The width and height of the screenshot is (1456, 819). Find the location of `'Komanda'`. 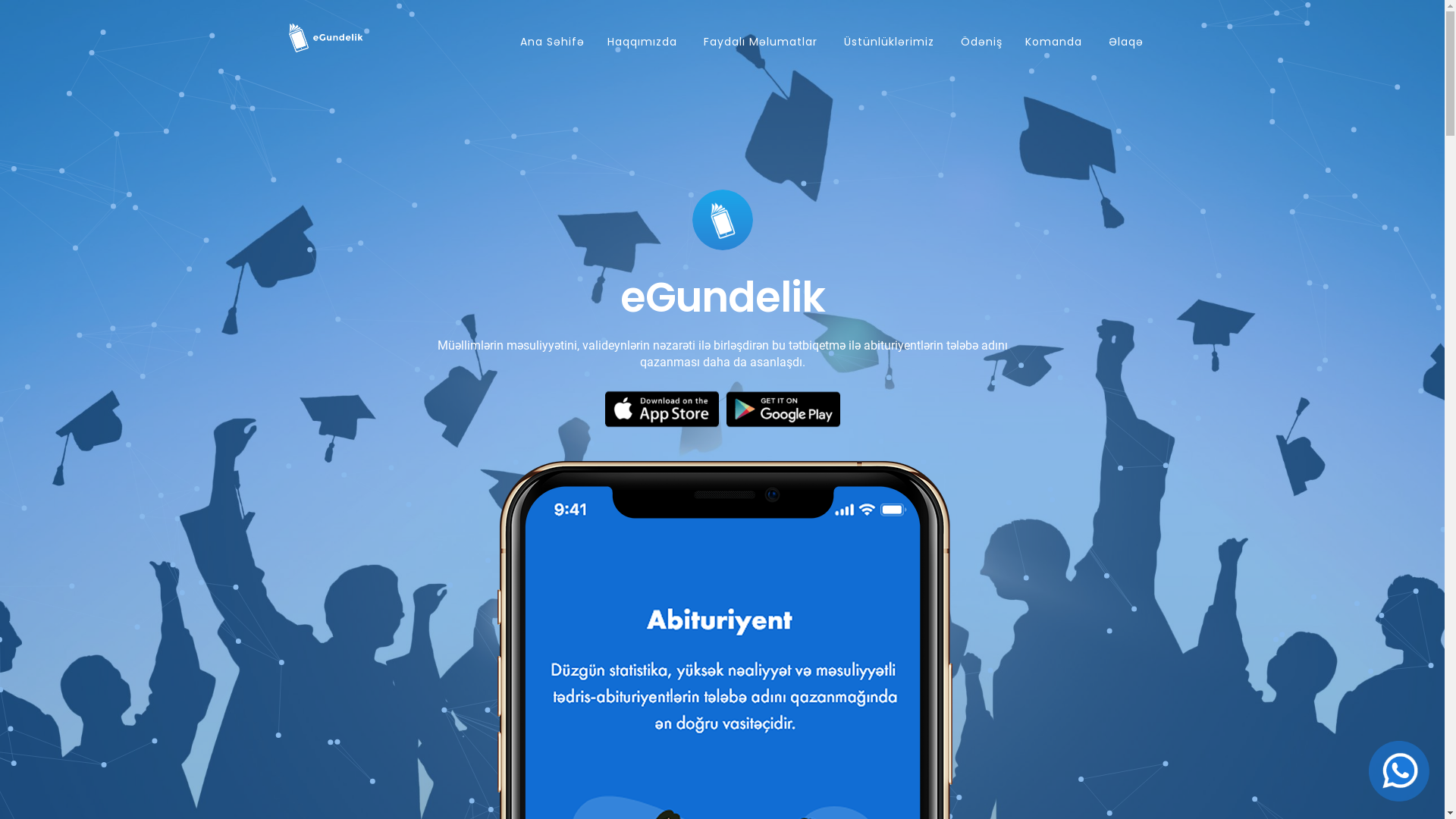

'Komanda' is located at coordinates (1012, 40).